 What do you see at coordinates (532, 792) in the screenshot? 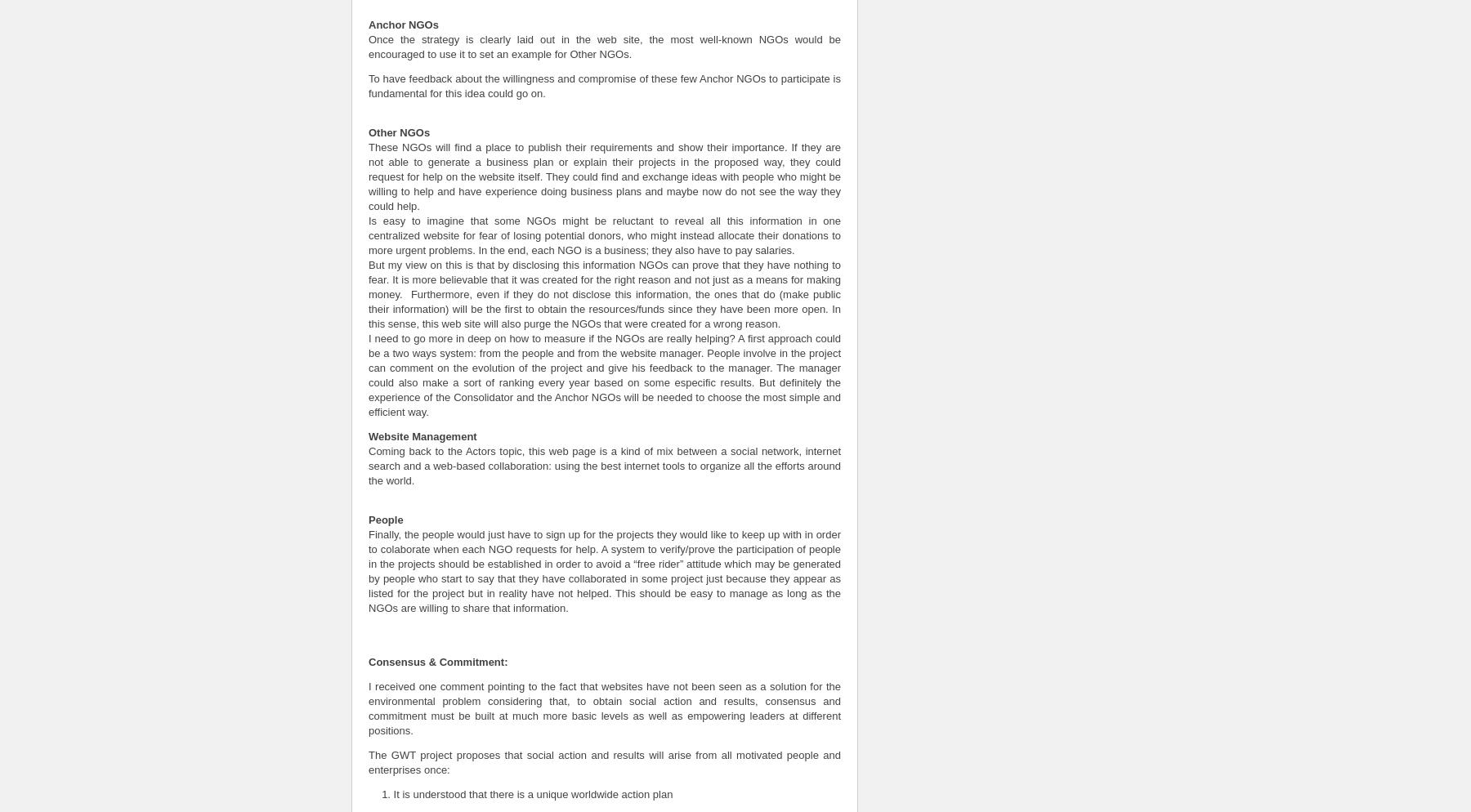
I see `'It is understood that there is a unique worldwide action plan'` at bounding box center [532, 792].